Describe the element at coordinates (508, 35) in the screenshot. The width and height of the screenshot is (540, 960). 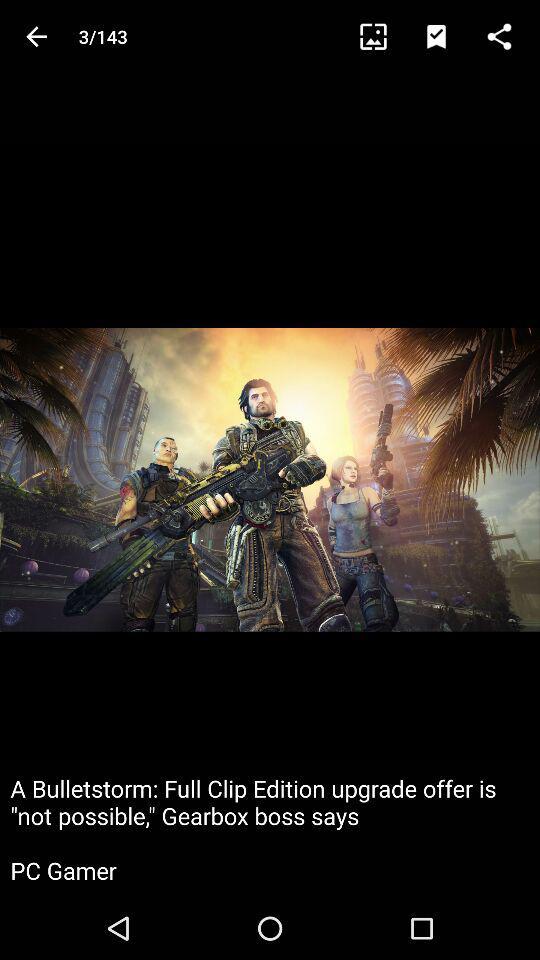
I see `share` at that location.